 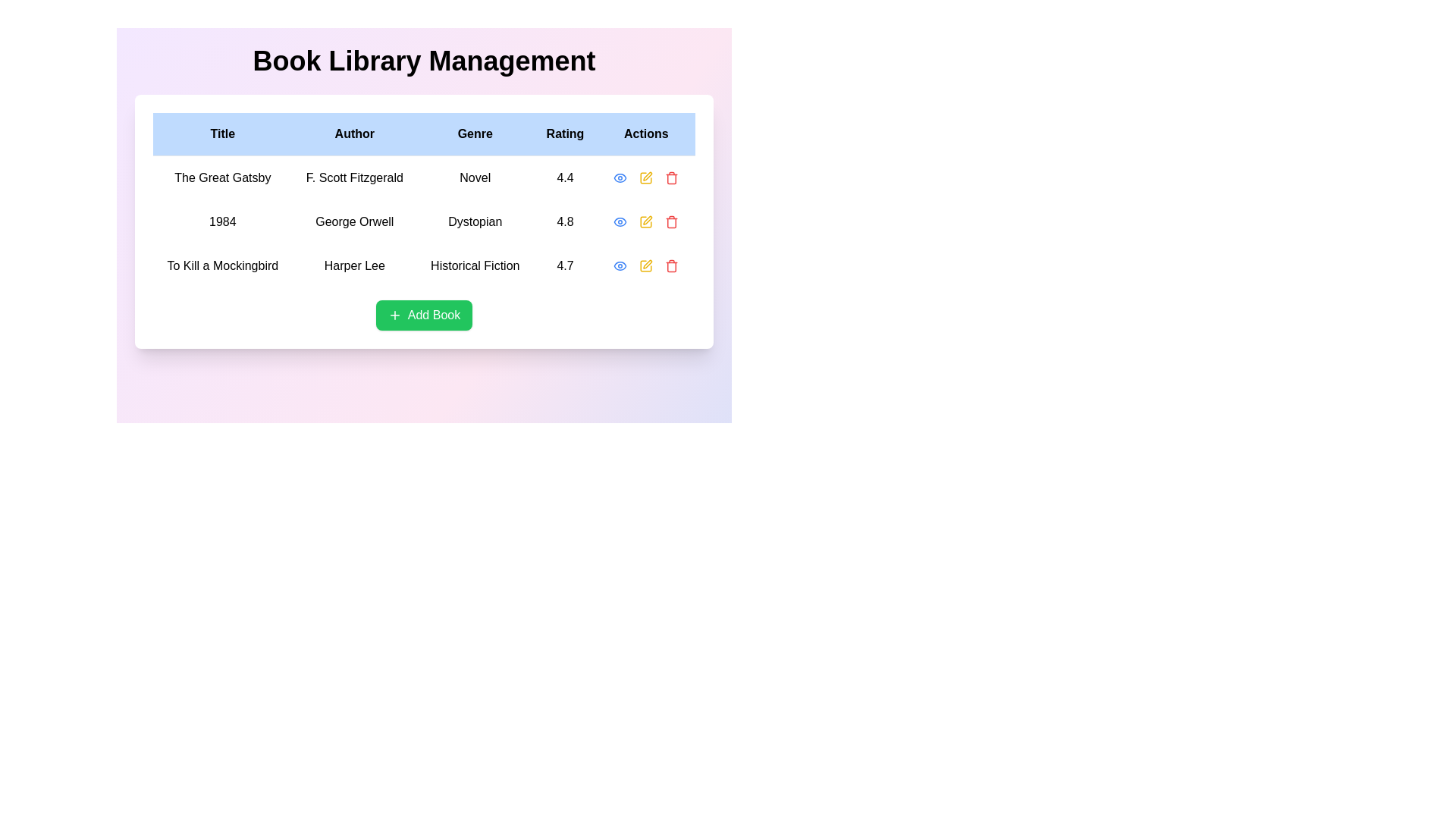 What do you see at coordinates (394, 315) in the screenshot?
I see `the icon that represents adding an item, located to the left of the 'Add Book' button text at the bottom center of the interface for accessibility tools` at bounding box center [394, 315].